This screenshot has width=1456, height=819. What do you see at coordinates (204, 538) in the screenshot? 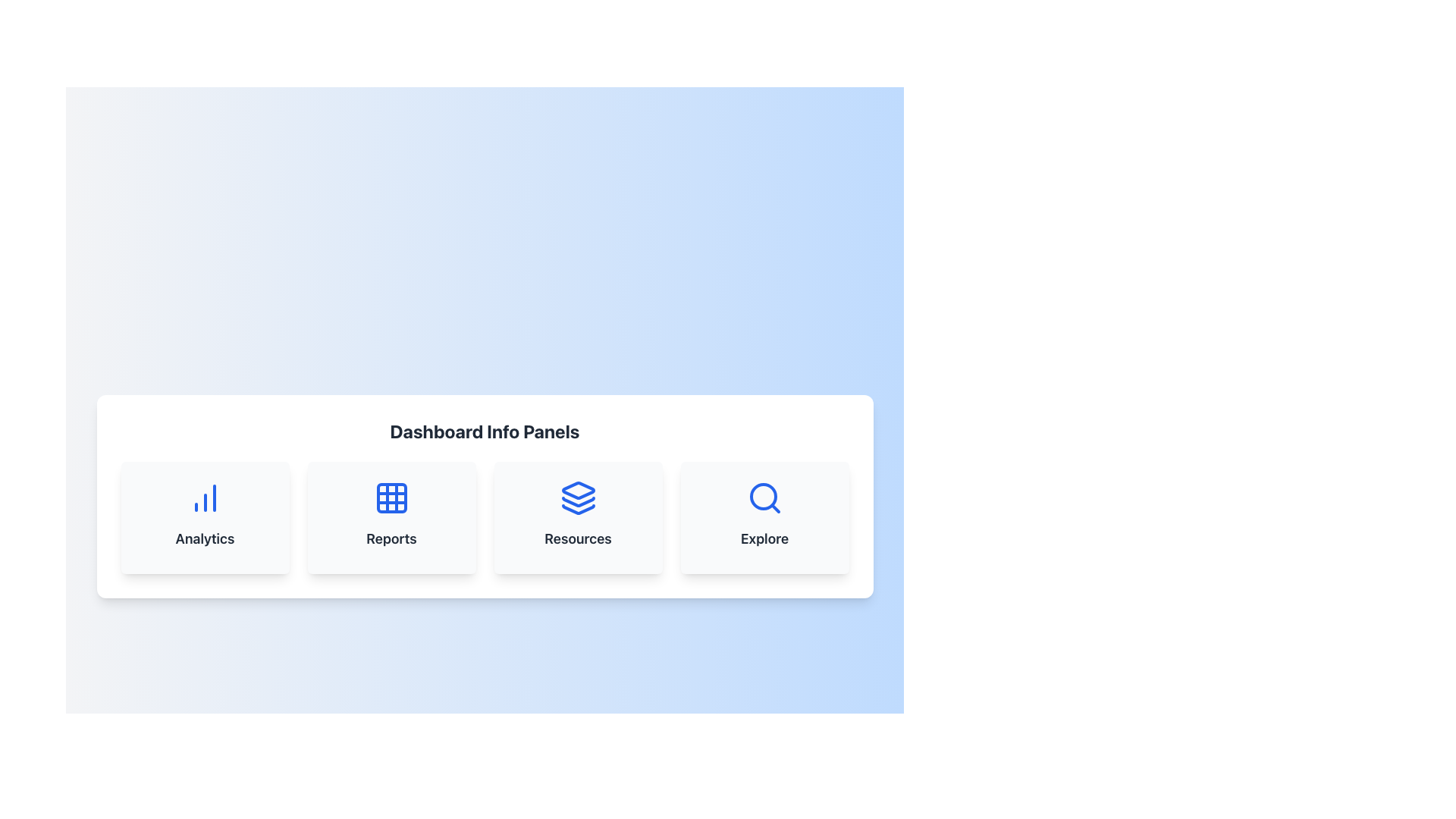
I see `the 'Analytics' text label, which is styled in bold, large dark gray font, positioned centrally within the first card of the dashboard's main panel` at bounding box center [204, 538].